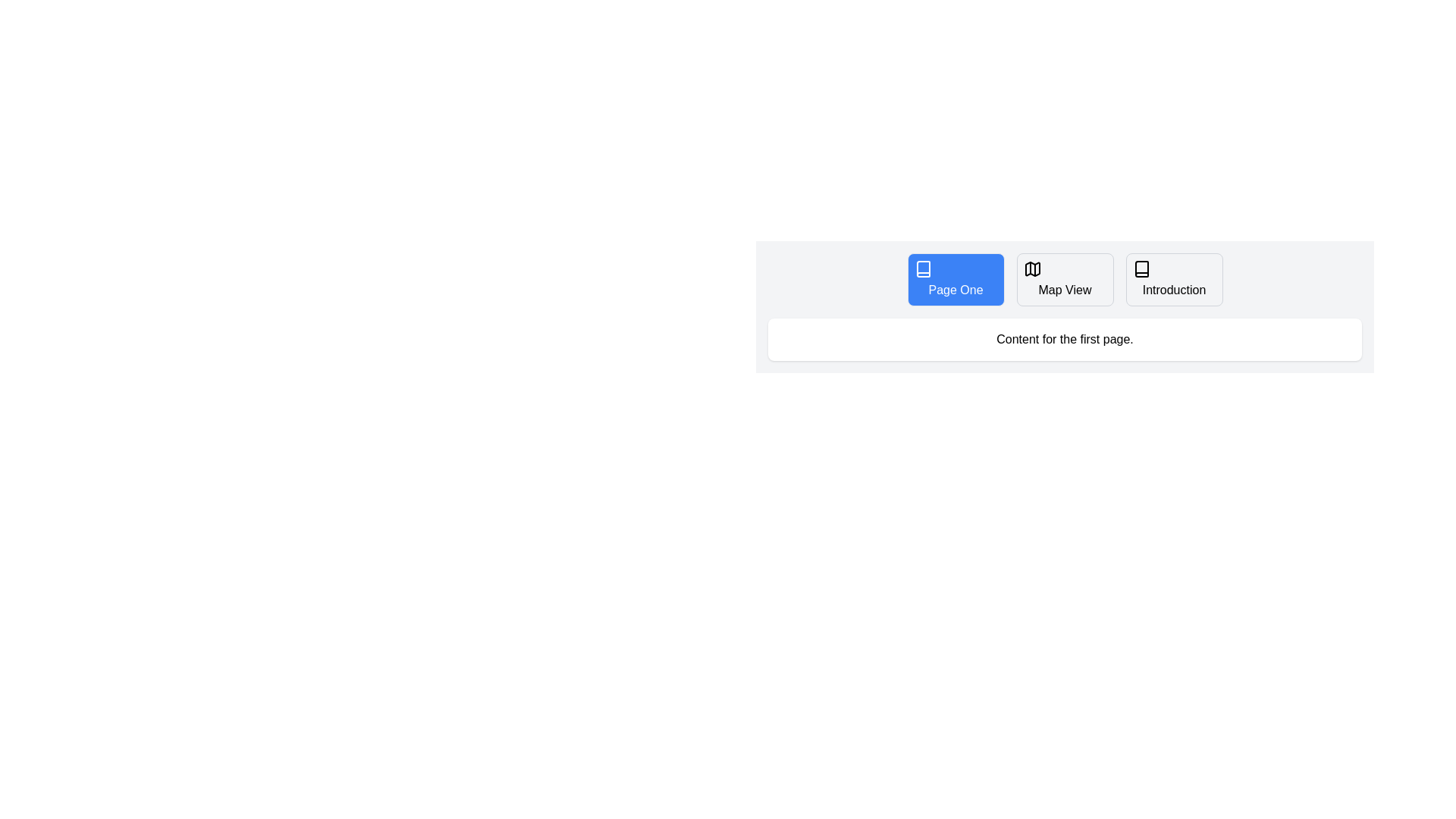 Image resolution: width=1456 pixels, height=819 pixels. What do you see at coordinates (1064, 290) in the screenshot?
I see `the descriptive text label within the navigation button` at bounding box center [1064, 290].